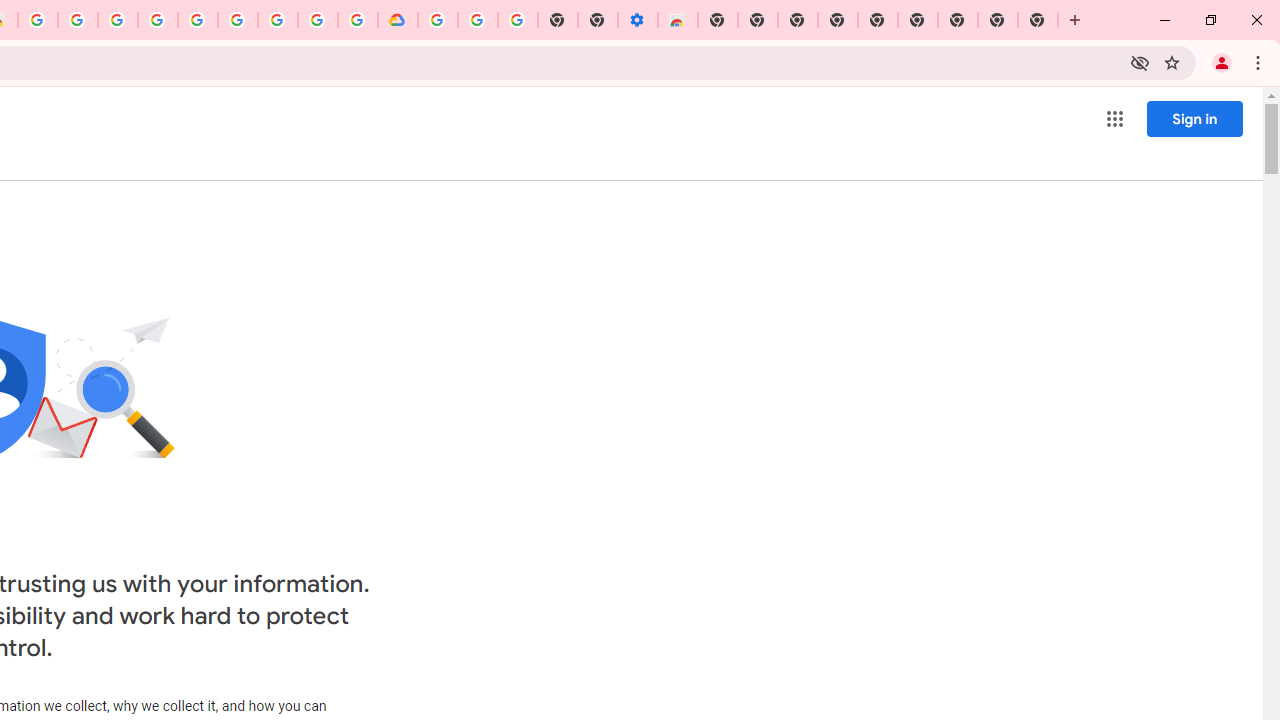 This screenshot has width=1280, height=720. I want to click on 'New Tab', so click(1038, 20).